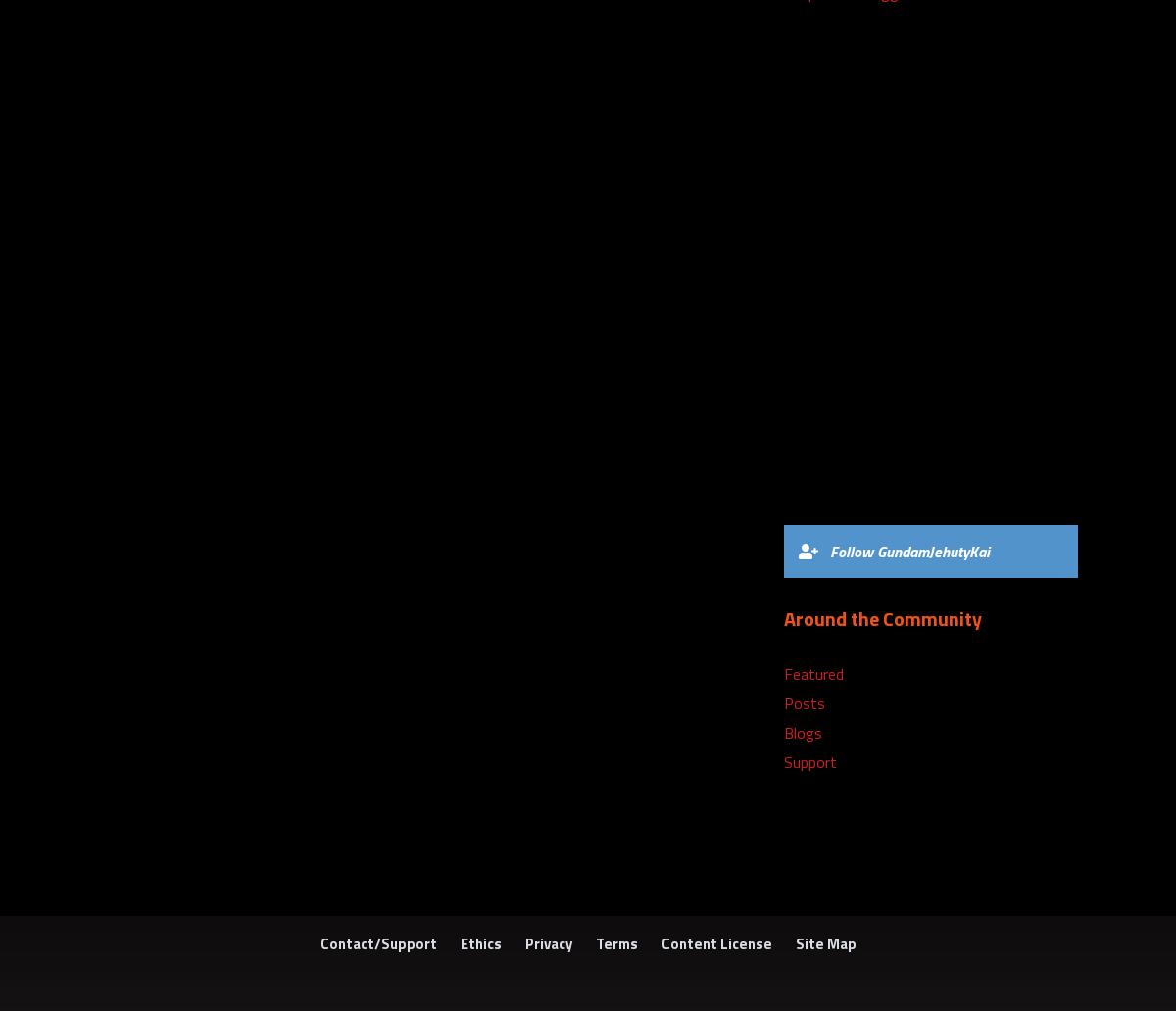 Image resolution: width=1176 pixels, height=1011 pixels. I want to click on 'Follow GundamJehutyKai', so click(909, 551).